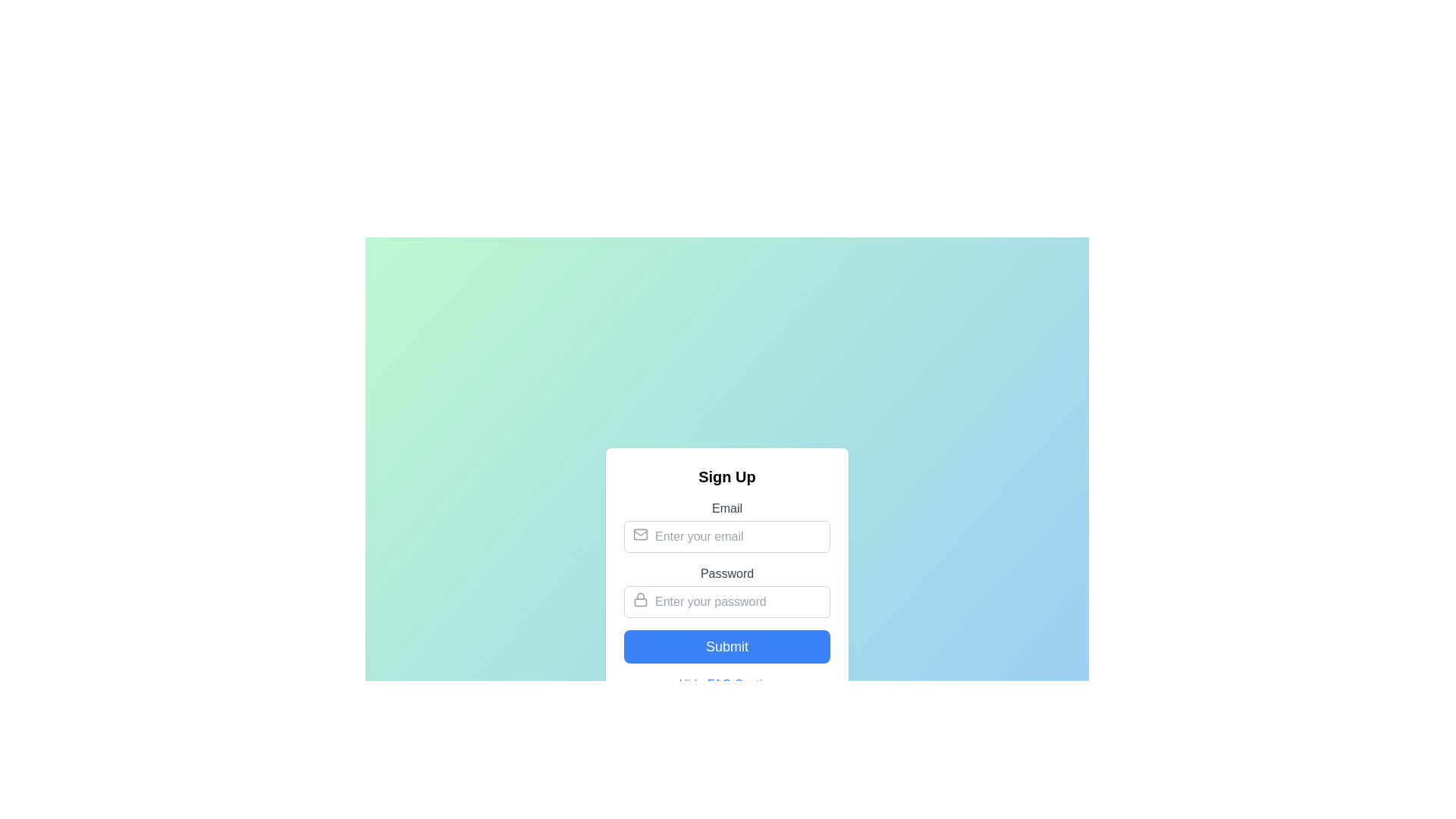 This screenshot has width=1456, height=819. What do you see at coordinates (726, 573) in the screenshot?
I see `the 'Password' label, which is a text label styled in medium font weight and dark gray color, positioned above the password input field in the sign-up form` at bounding box center [726, 573].